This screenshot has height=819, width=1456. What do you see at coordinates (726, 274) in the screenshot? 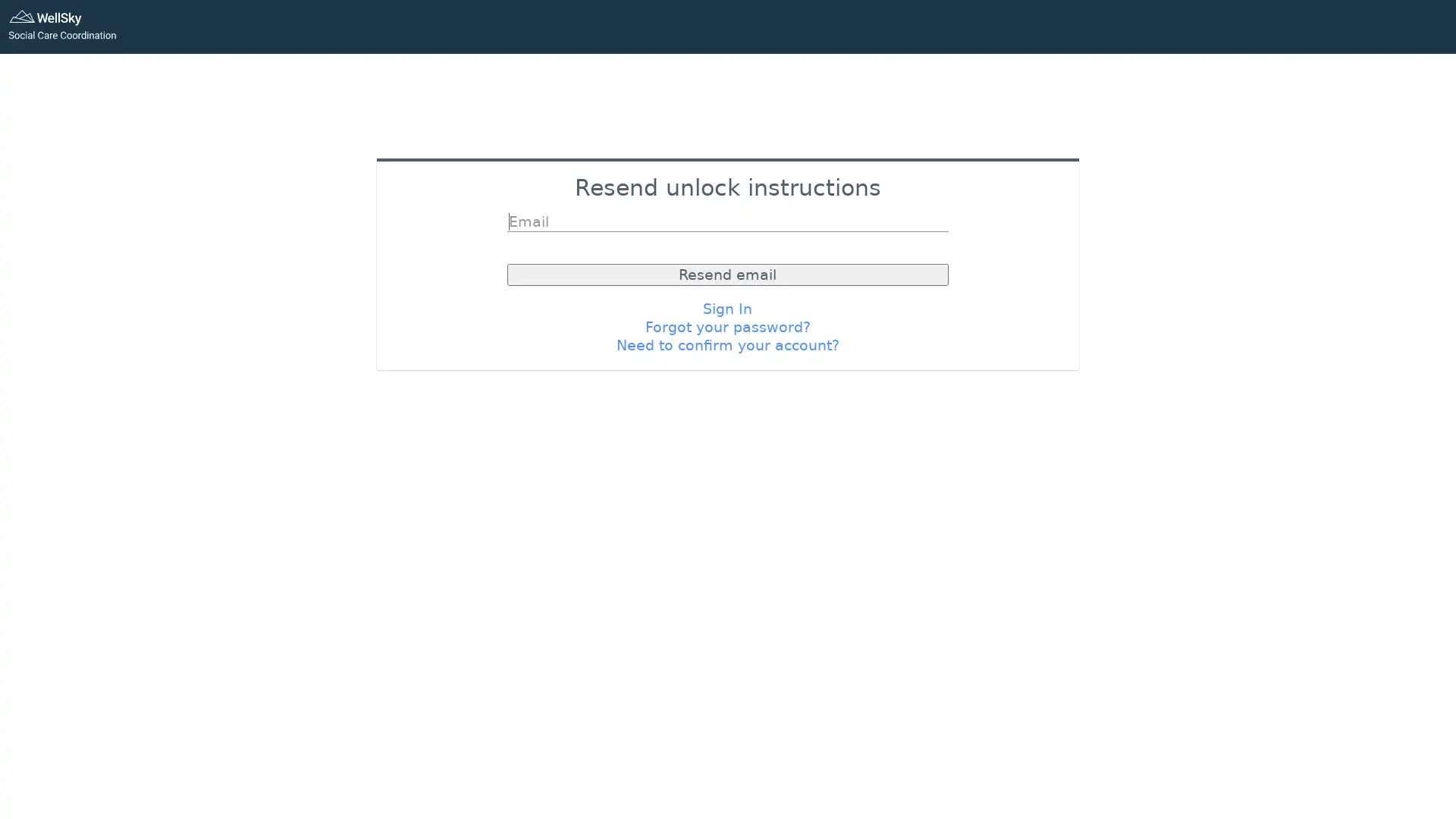
I see `Resend email` at bounding box center [726, 274].